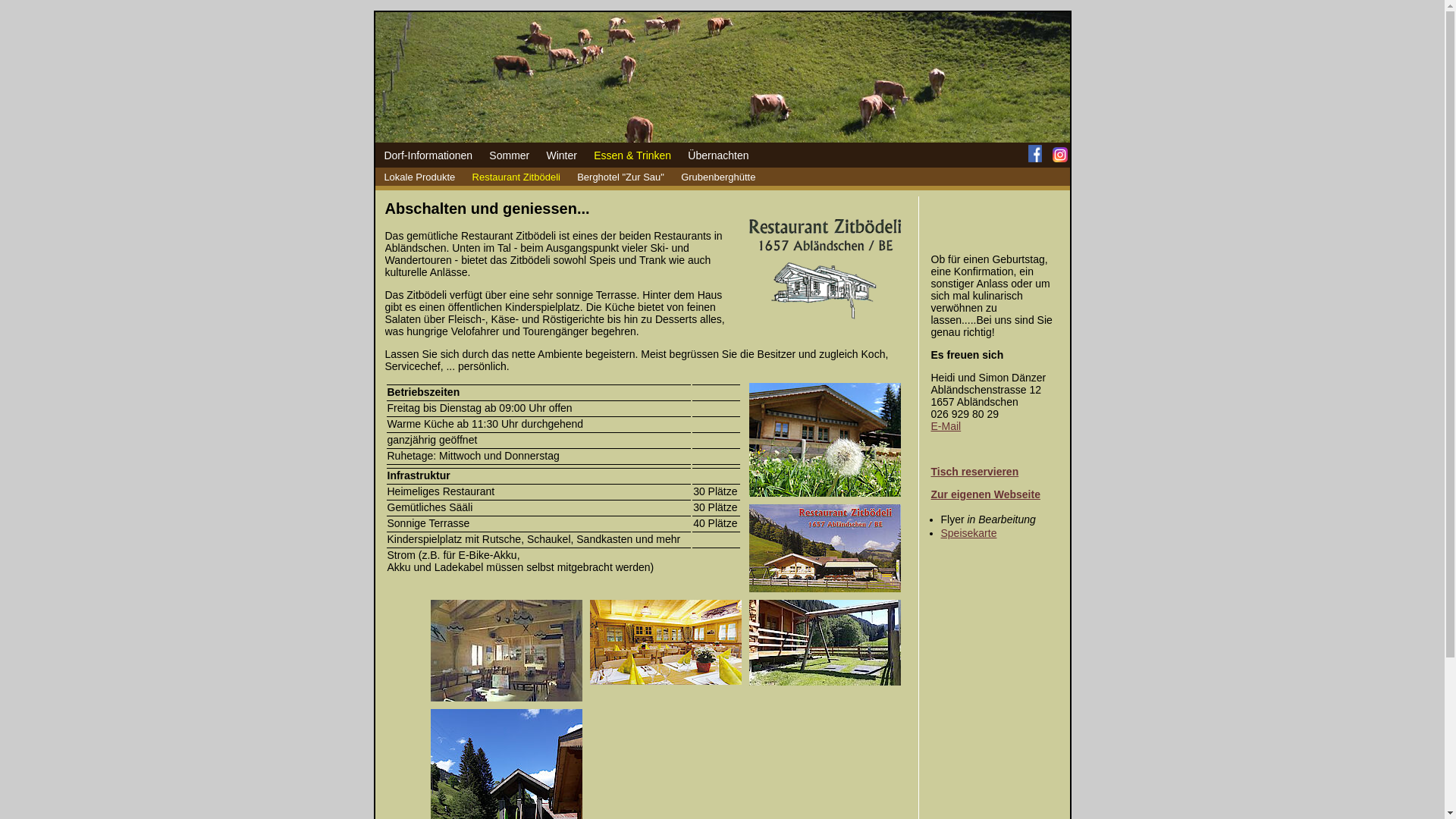 This screenshot has height=819, width=1456. I want to click on 'Essen & Trinken', so click(632, 155).